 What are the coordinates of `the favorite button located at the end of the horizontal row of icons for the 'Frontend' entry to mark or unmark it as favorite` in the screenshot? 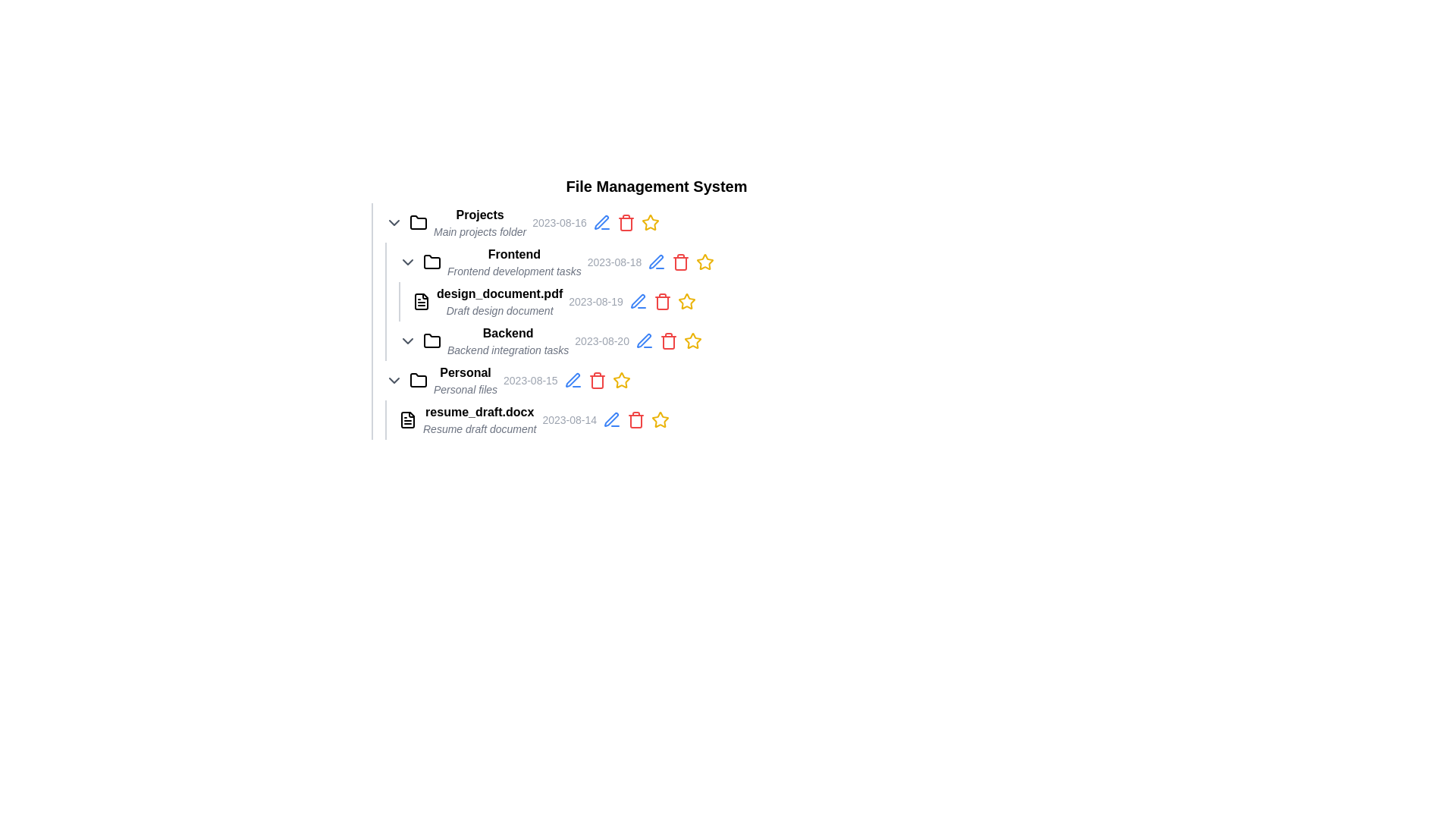 It's located at (704, 262).